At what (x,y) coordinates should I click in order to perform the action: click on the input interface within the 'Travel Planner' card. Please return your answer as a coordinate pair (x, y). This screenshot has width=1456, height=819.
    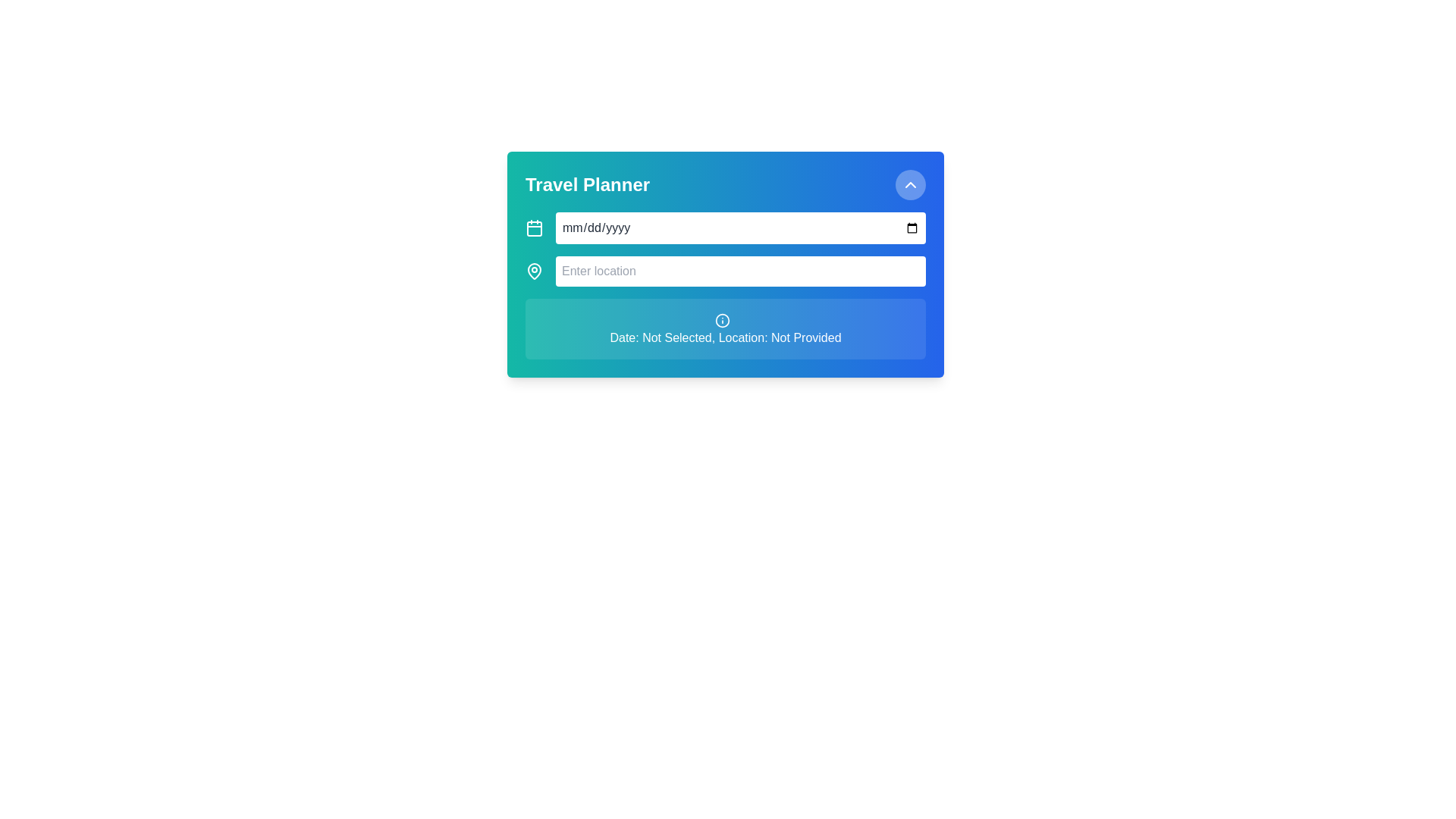
    Looking at the image, I should click on (724, 248).